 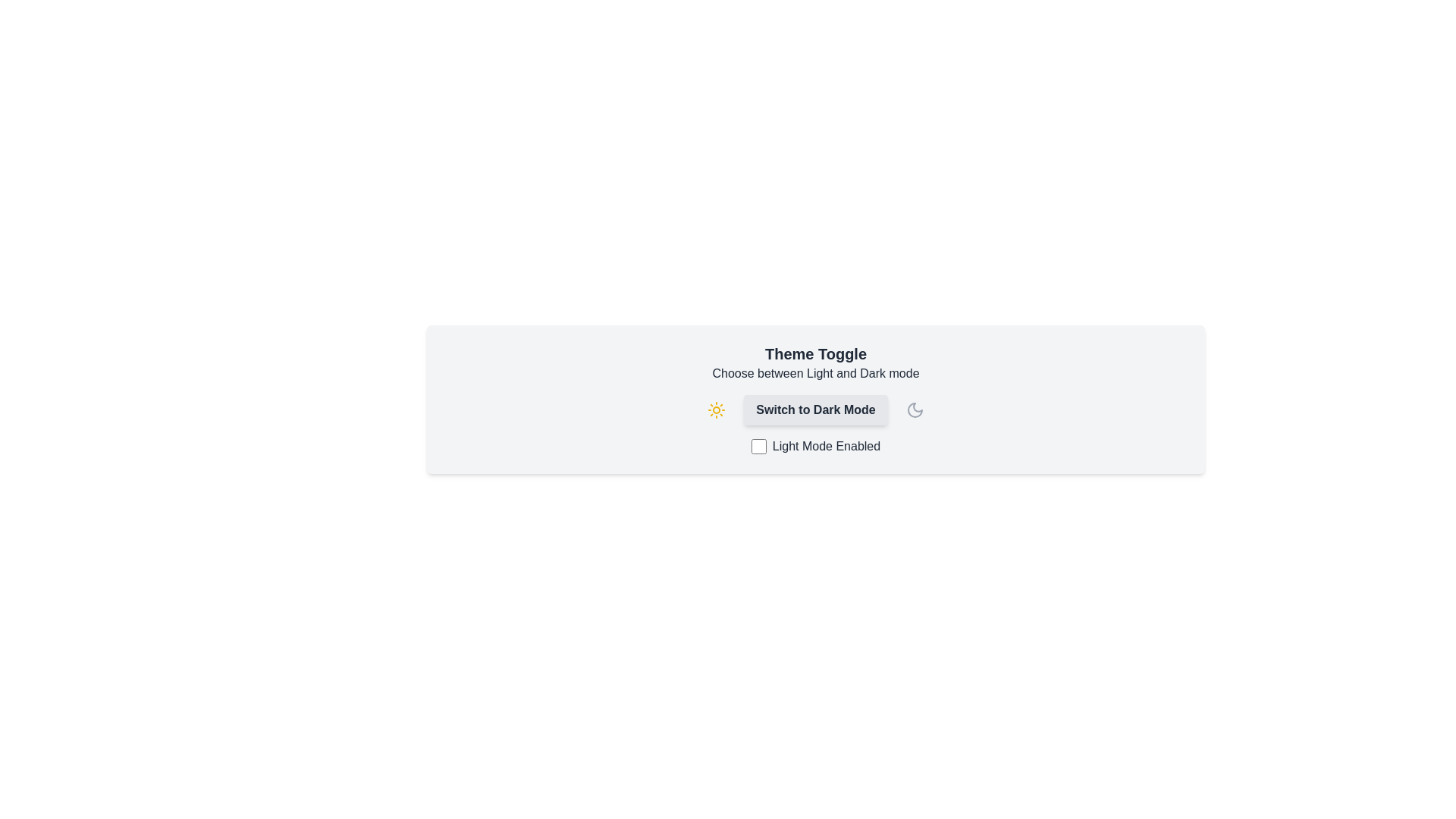 I want to click on checkbox to toggle the theme, so click(x=758, y=446).